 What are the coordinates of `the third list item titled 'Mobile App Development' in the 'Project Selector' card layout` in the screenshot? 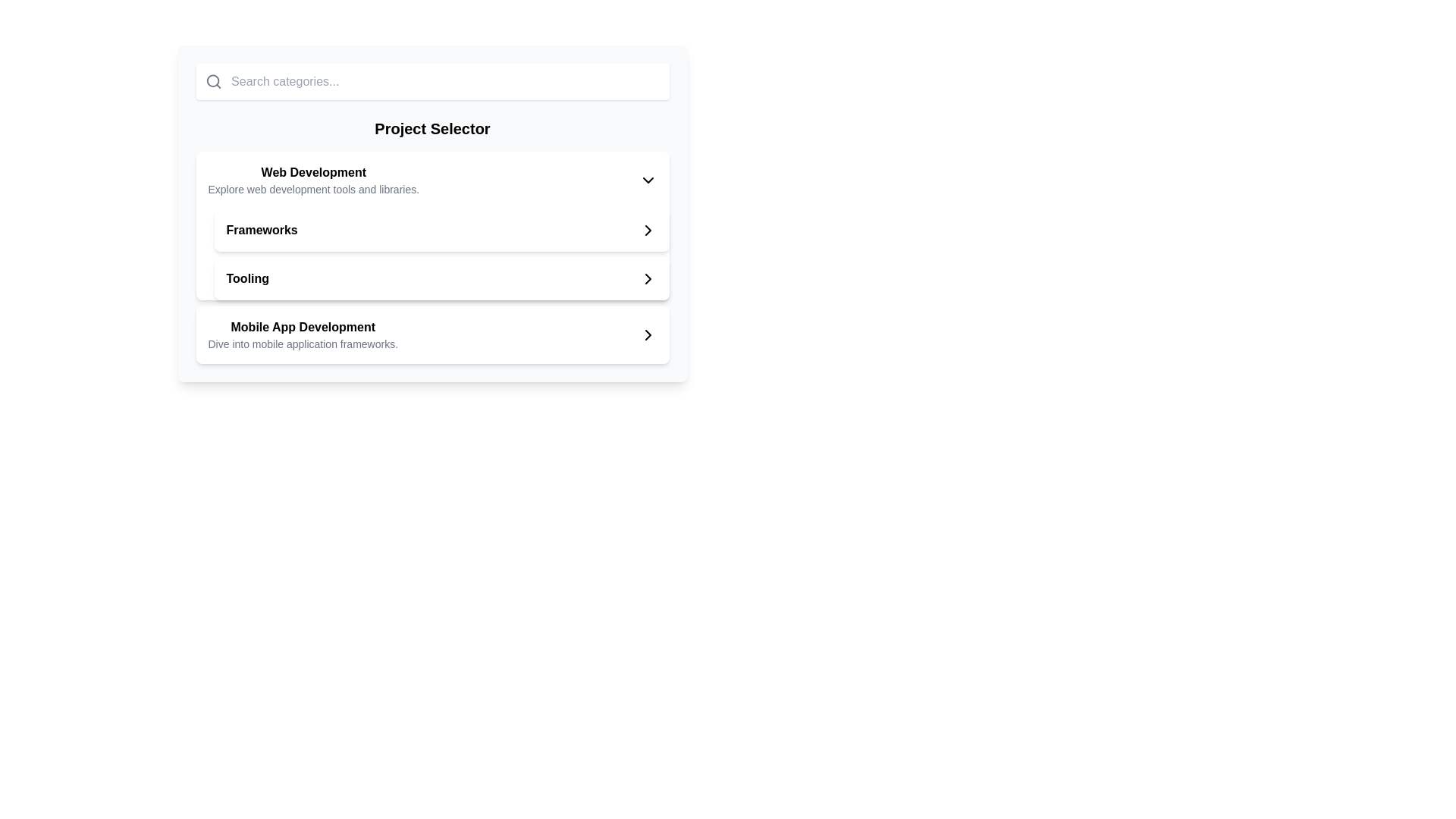 It's located at (303, 334).